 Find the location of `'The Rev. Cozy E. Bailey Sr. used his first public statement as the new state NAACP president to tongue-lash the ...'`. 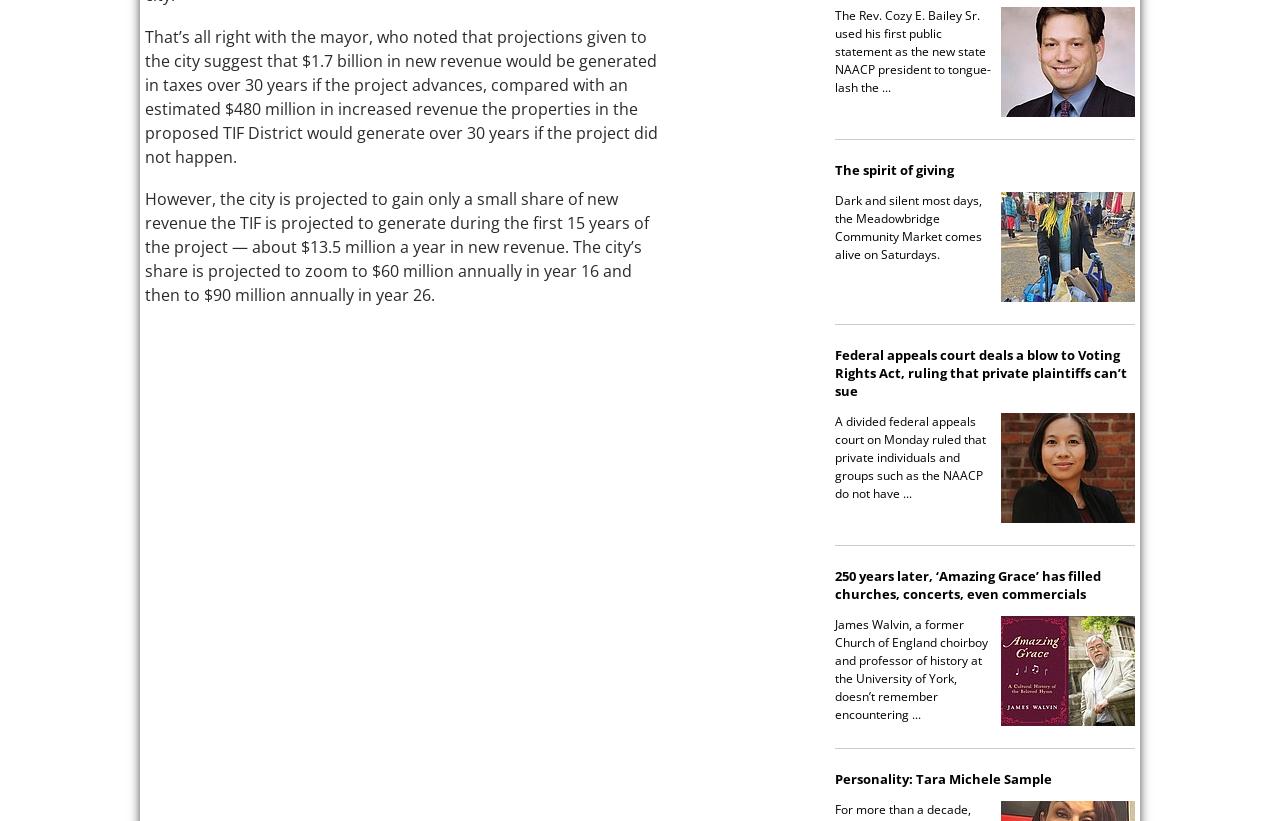

'The Rev. Cozy E. Bailey Sr. used his first public statement as the new state NAACP president to tongue-lash the ...' is located at coordinates (912, 50).